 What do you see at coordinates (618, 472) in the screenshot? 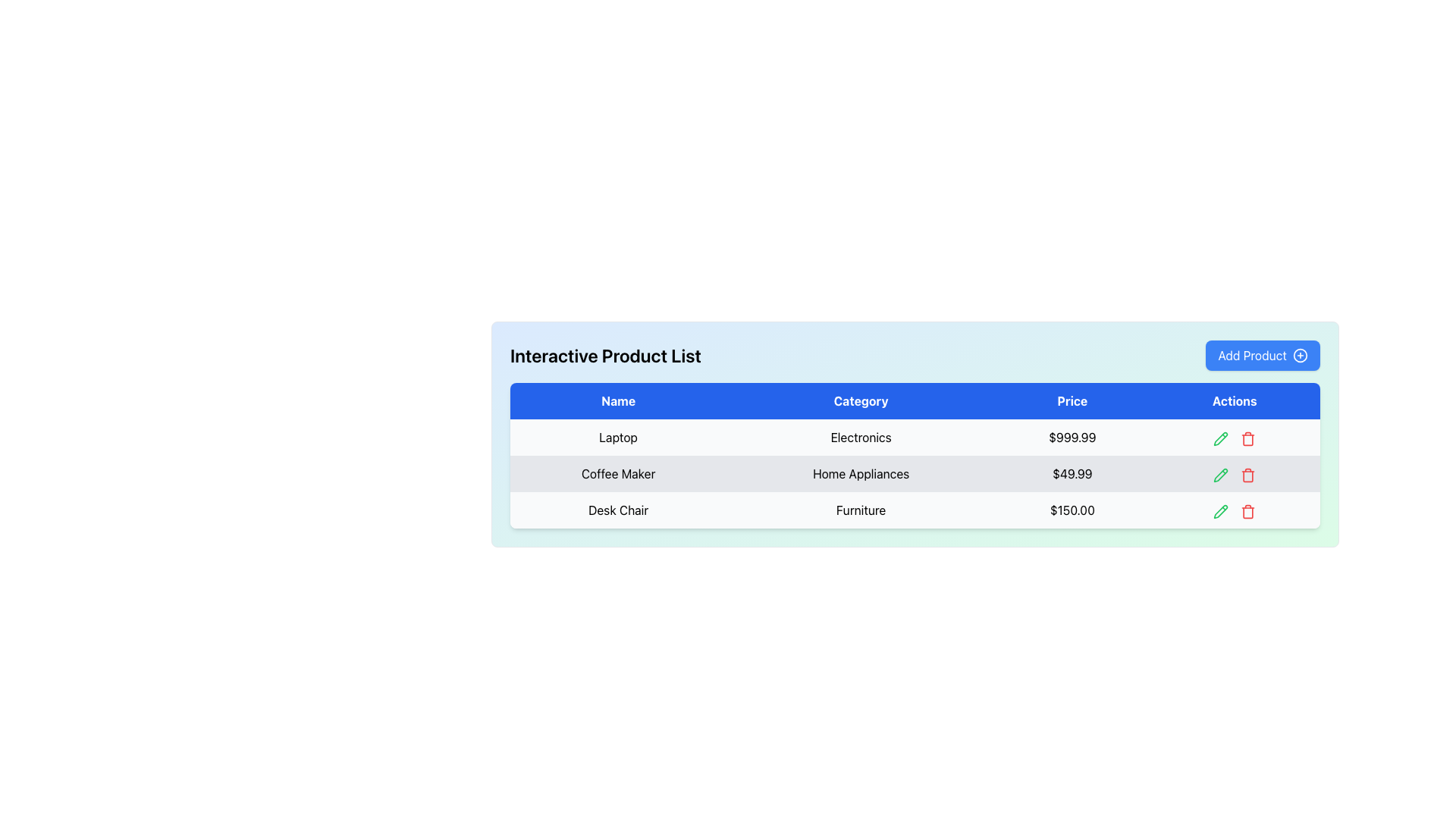
I see `the static text label in the second row of the table under the 'Name' column, which identifies the product before the 'Home Appliances' and '$49.99' cells` at bounding box center [618, 472].